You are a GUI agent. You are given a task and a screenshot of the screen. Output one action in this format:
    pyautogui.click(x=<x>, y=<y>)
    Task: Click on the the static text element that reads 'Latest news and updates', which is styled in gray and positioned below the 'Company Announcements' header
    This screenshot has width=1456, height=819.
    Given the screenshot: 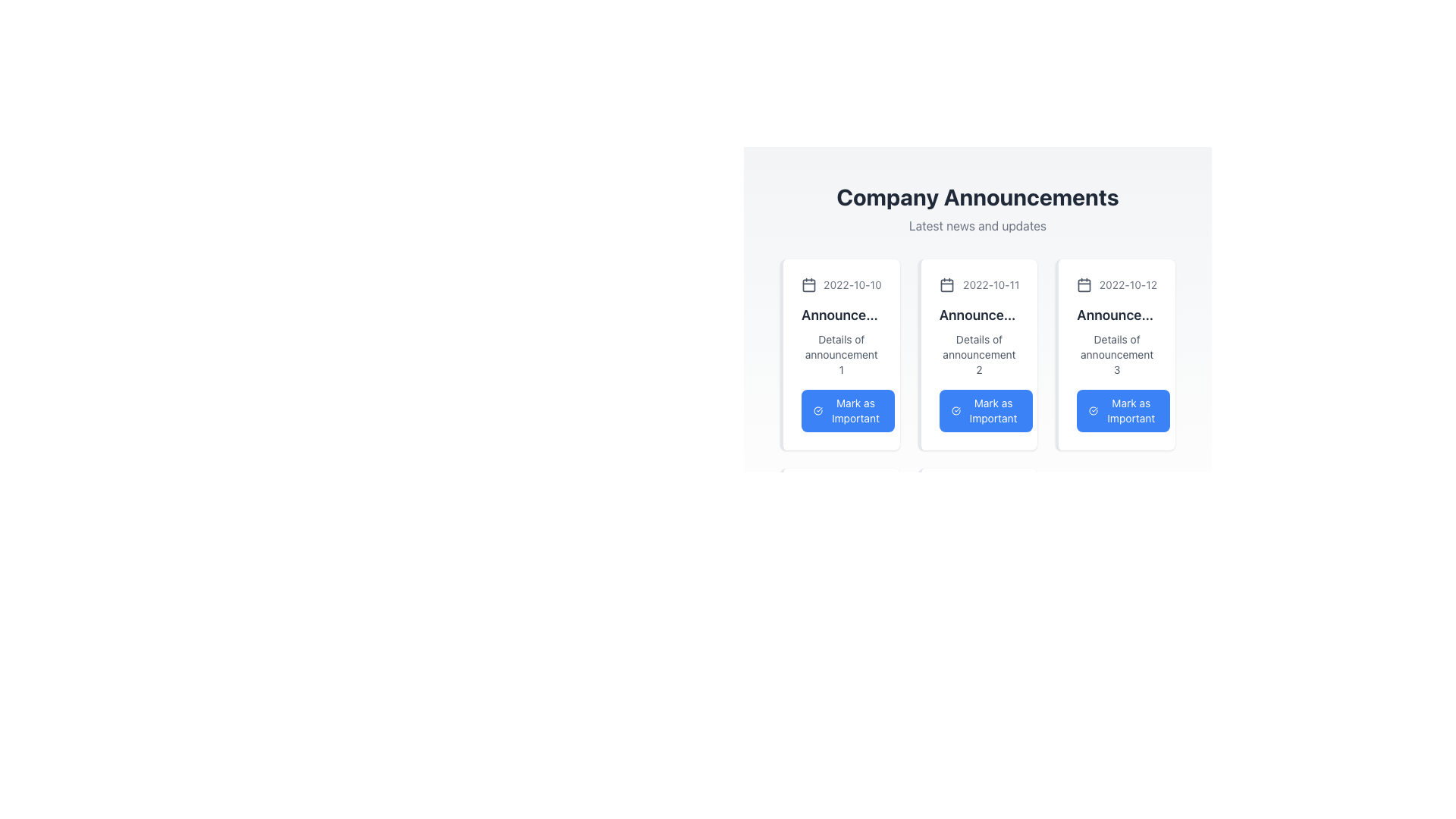 What is the action you would take?
    pyautogui.click(x=977, y=225)
    